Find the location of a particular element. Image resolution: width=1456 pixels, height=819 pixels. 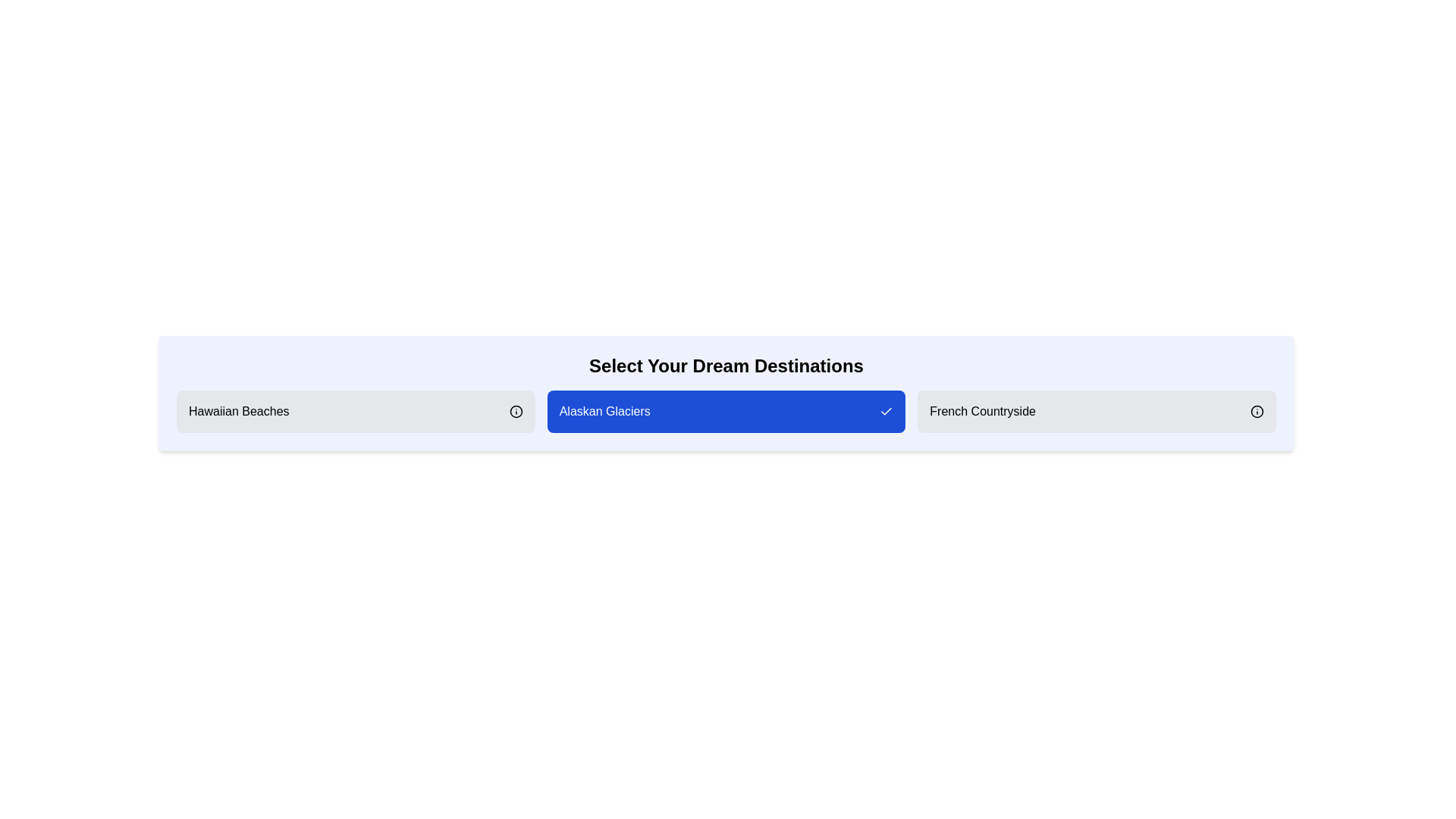

the information icon of the destination labeled French Countryside is located at coordinates (1257, 412).